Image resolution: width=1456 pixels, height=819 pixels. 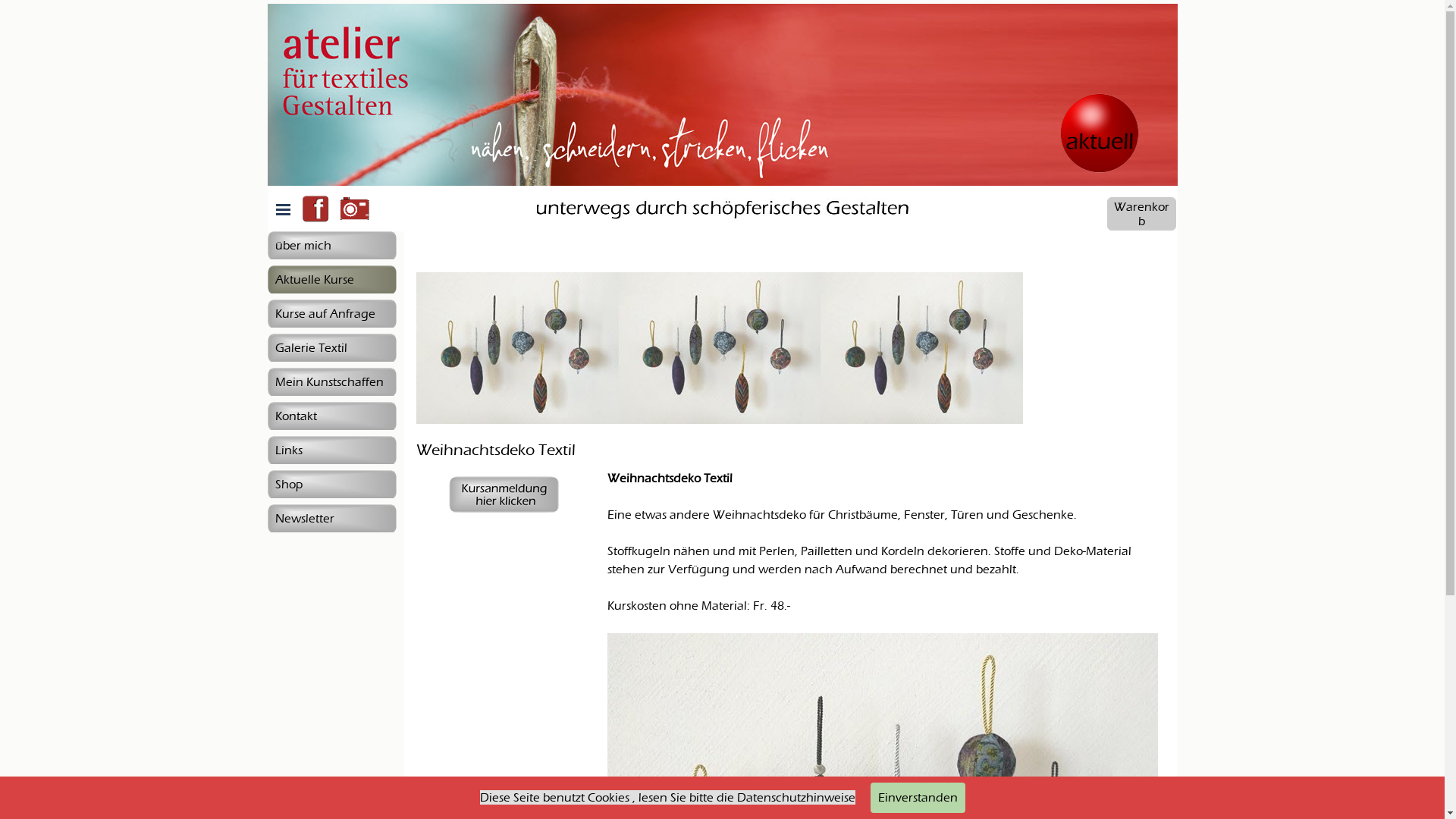 I want to click on 'Newsletter', so click(x=330, y=517).